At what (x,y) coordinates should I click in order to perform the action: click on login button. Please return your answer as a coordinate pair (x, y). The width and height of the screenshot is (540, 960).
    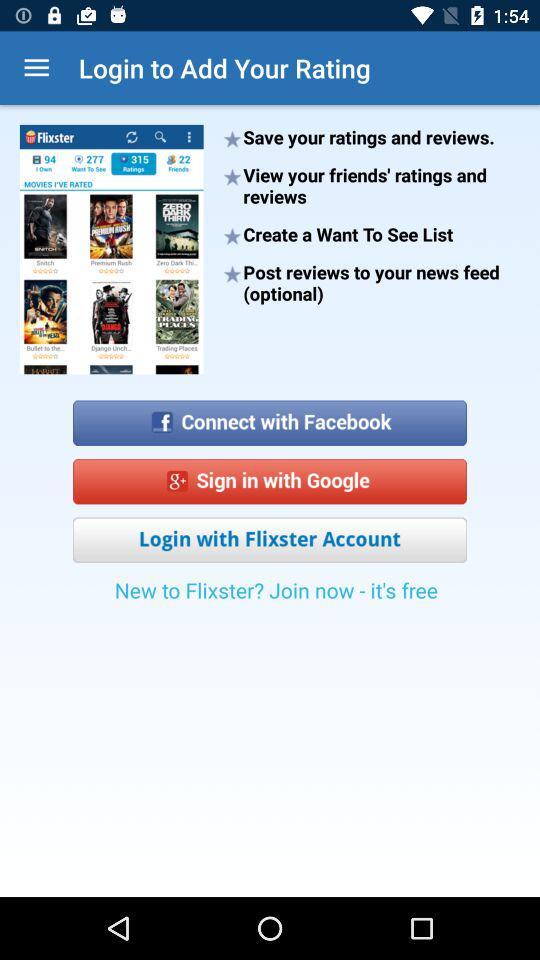
    Looking at the image, I should click on (270, 539).